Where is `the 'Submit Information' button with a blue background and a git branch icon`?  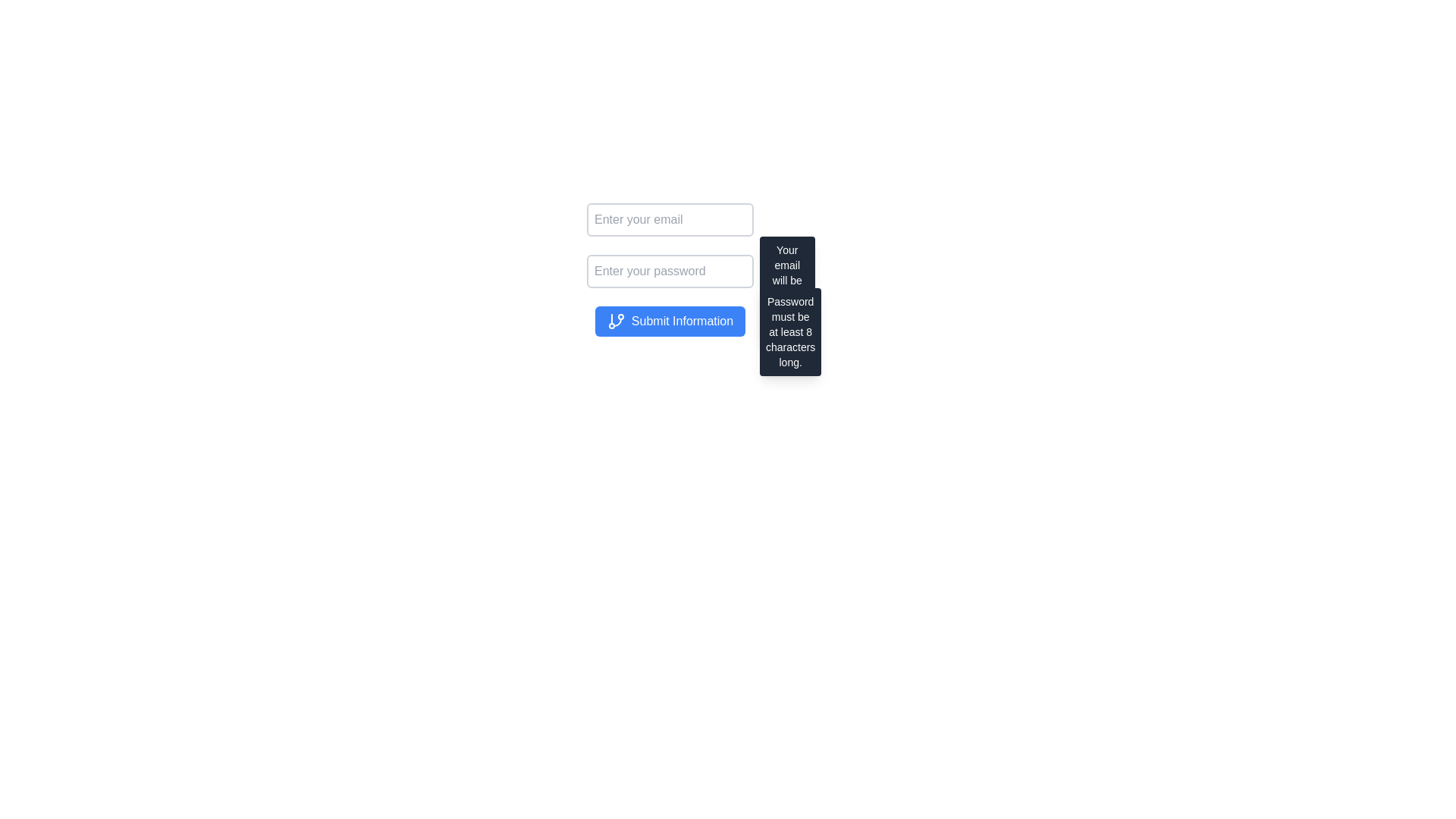
the 'Submit Information' button with a blue background and a git branch icon is located at coordinates (669, 321).